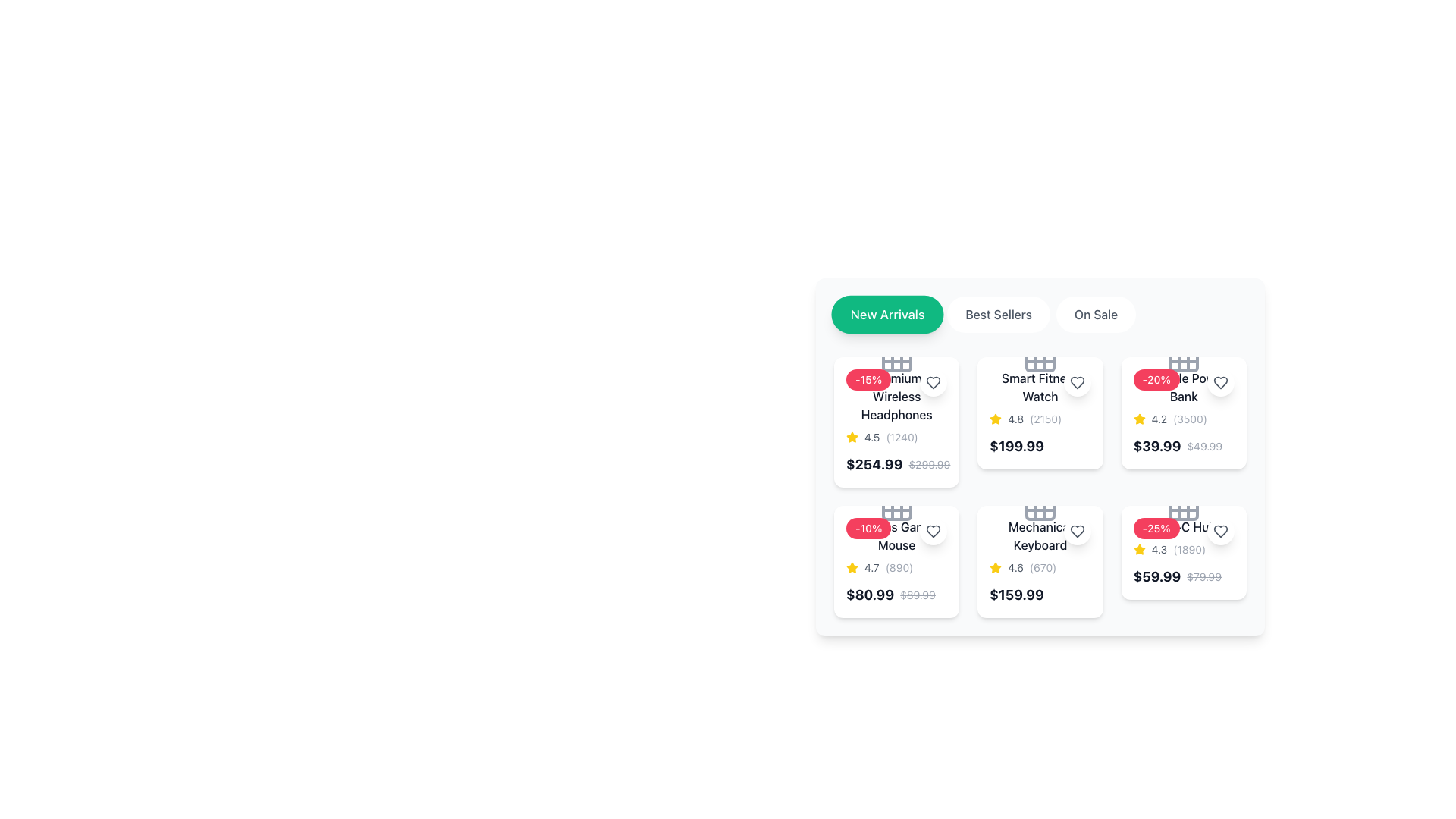  I want to click on text label displaying the product name 'Portable Power Bank', located in the lower right corner of the product grid card, beneath a discount badge and next to a heart icon, so click(1183, 386).